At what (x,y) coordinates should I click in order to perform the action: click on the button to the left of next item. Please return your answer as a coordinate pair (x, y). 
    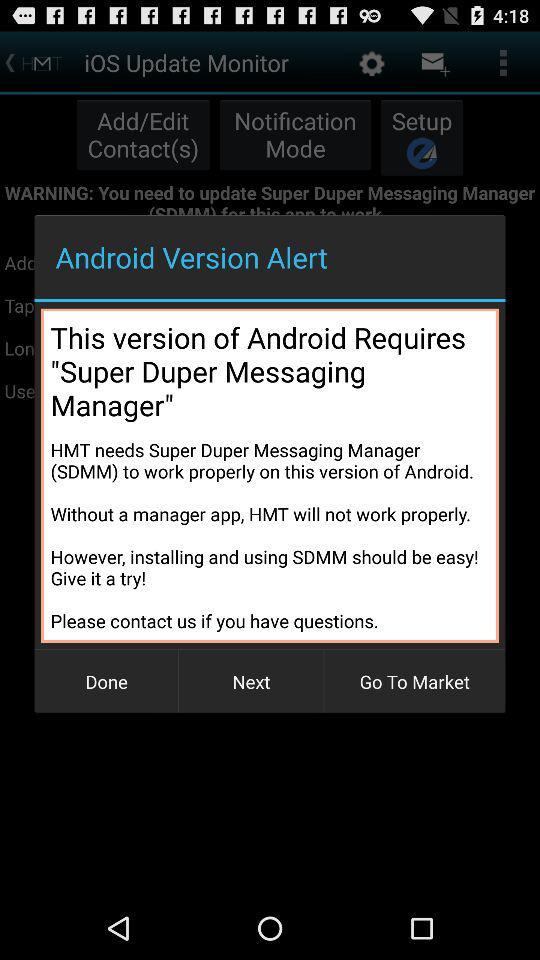
    Looking at the image, I should click on (106, 681).